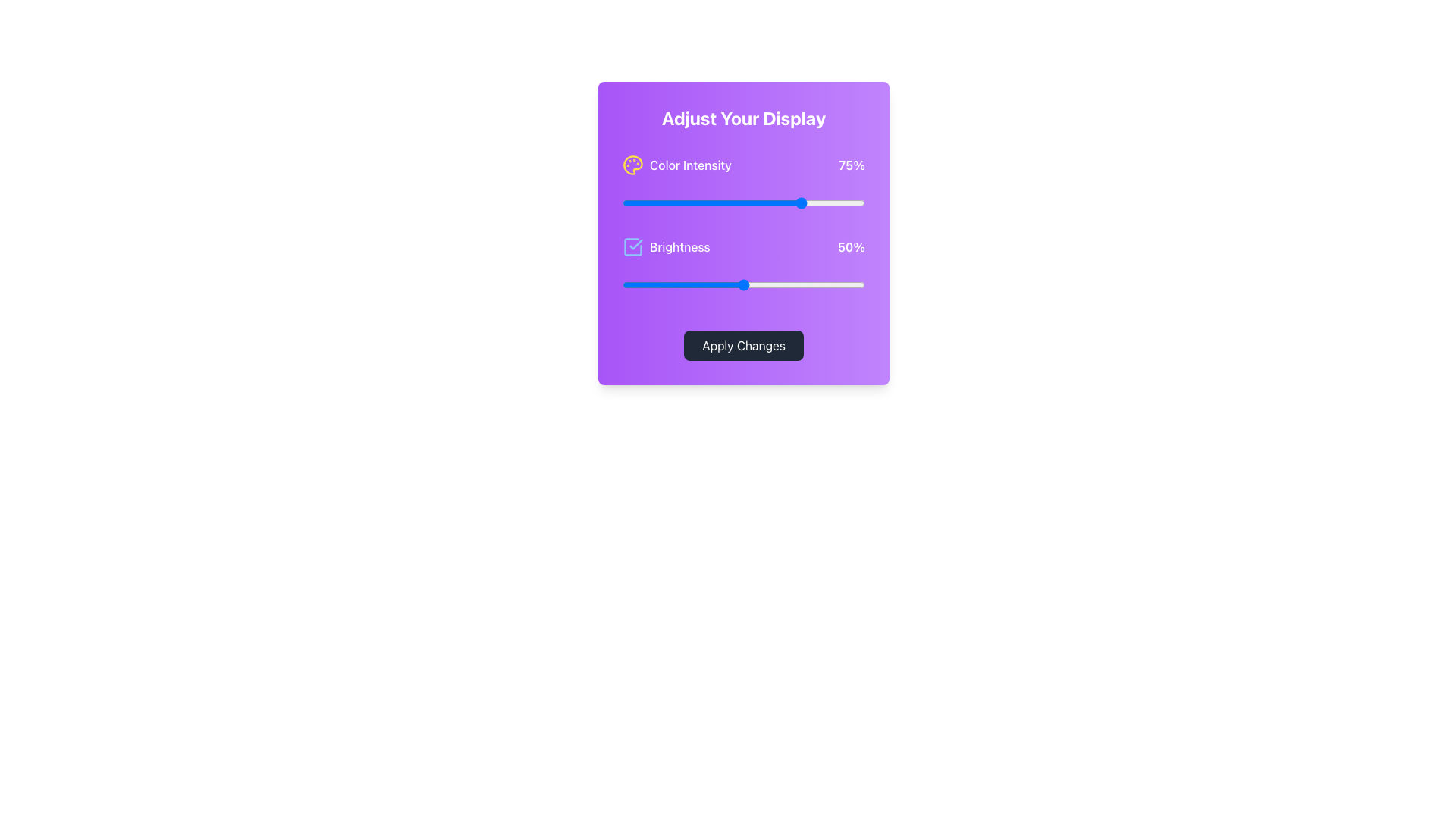  Describe the element at coordinates (667, 202) in the screenshot. I see `the slider` at that location.